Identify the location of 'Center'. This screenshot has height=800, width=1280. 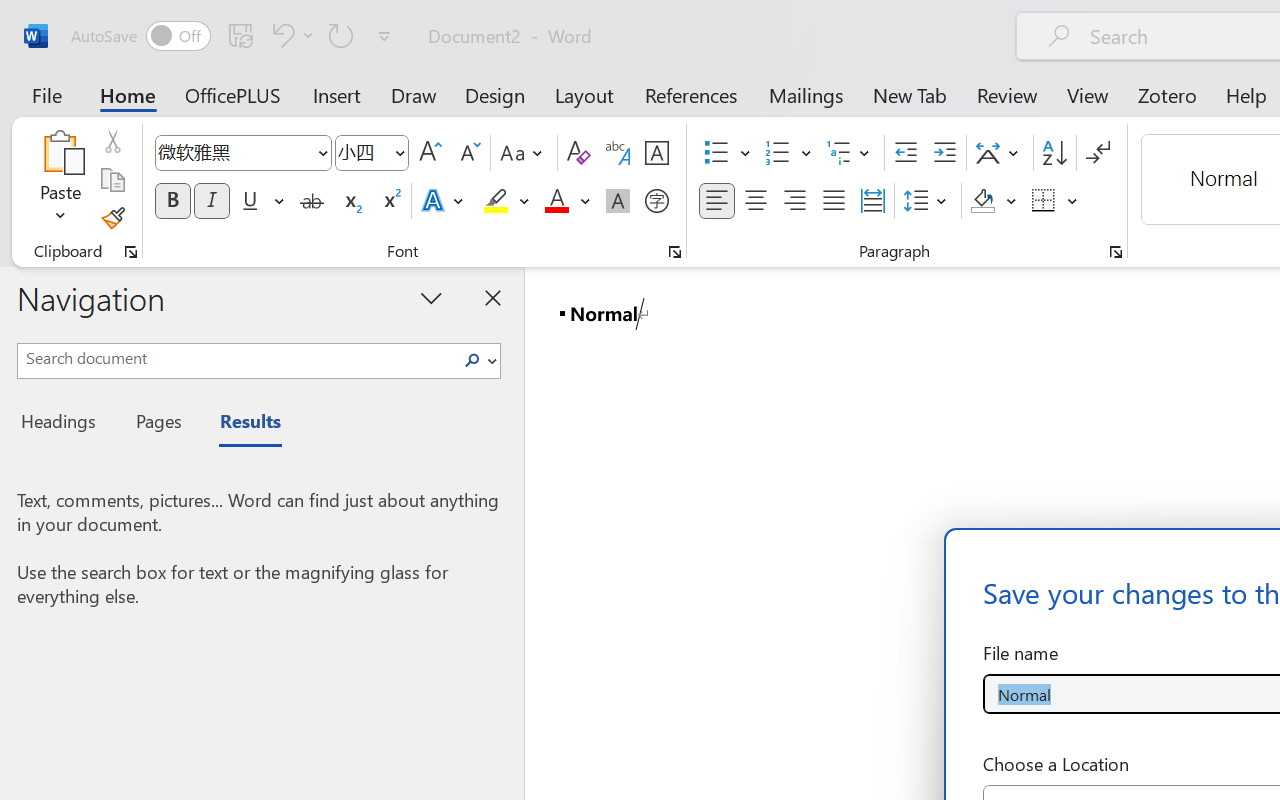
(755, 201).